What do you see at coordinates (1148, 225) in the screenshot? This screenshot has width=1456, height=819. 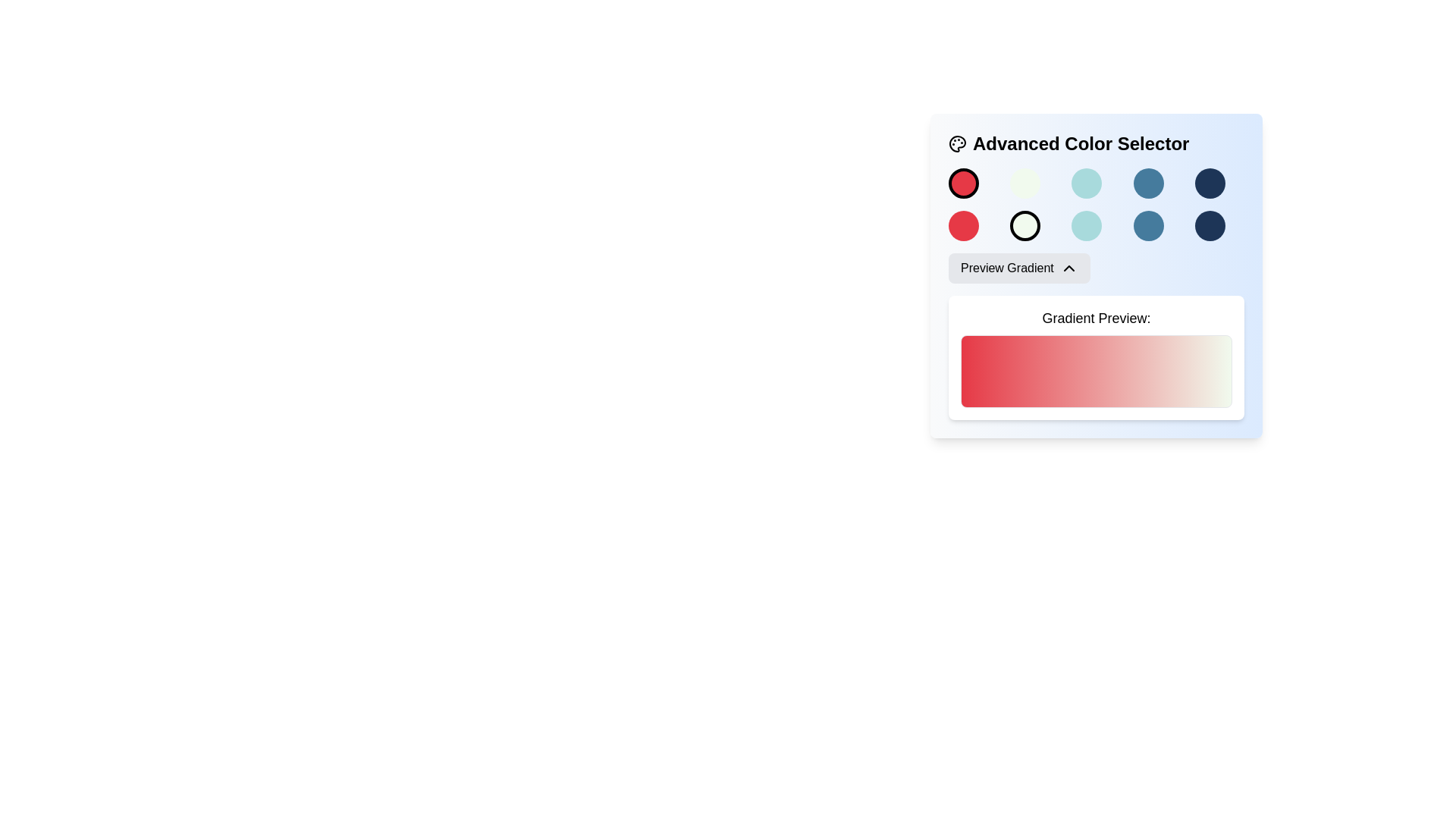 I see `the interactive button for setting the secondary color to #457B9D, positioned in the fourth slot of a grid under the 'Advanced Color Selector'` at bounding box center [1148, 225].